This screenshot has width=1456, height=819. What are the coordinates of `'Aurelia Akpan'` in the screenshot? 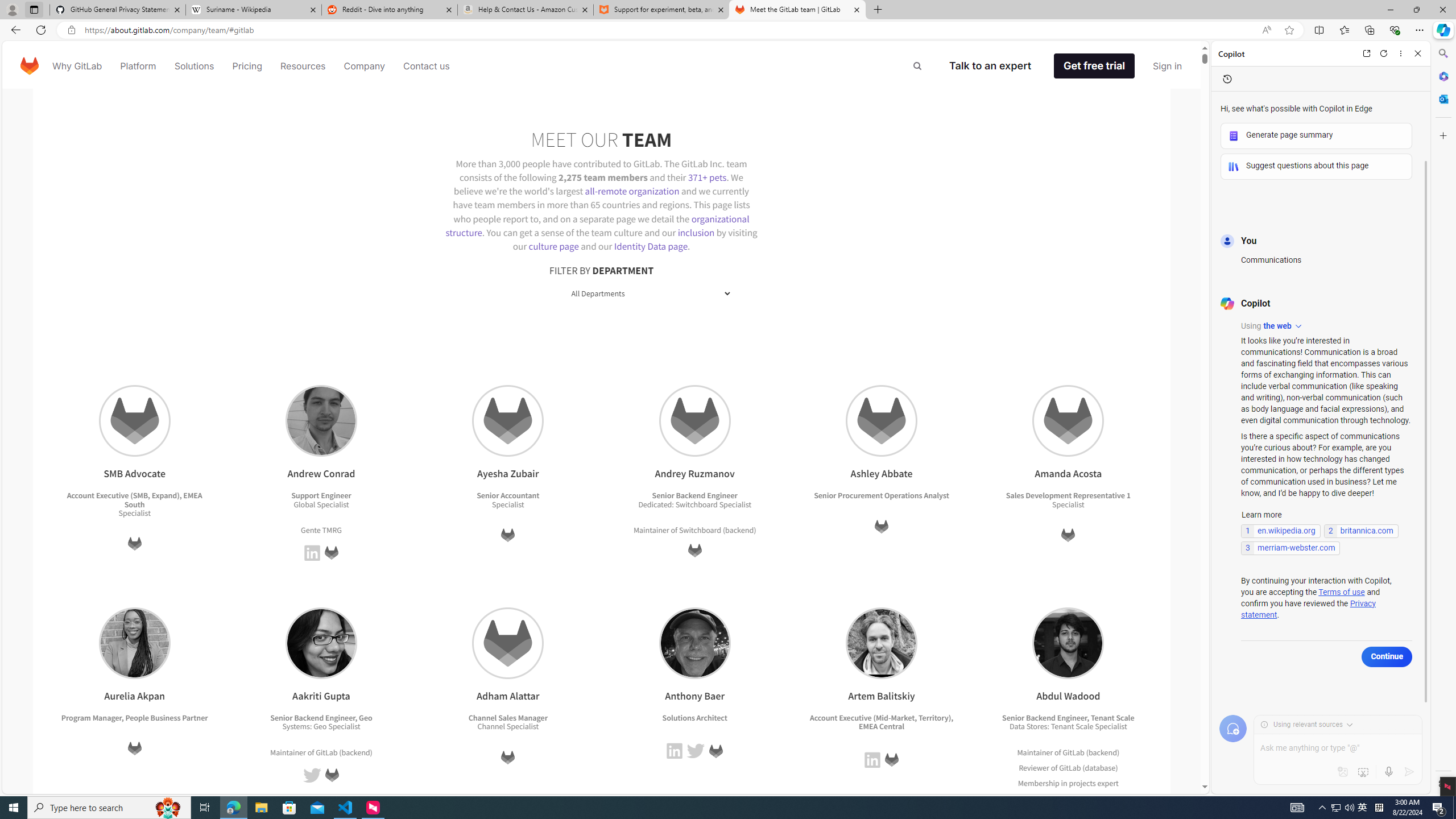 It's located at (134, 642).